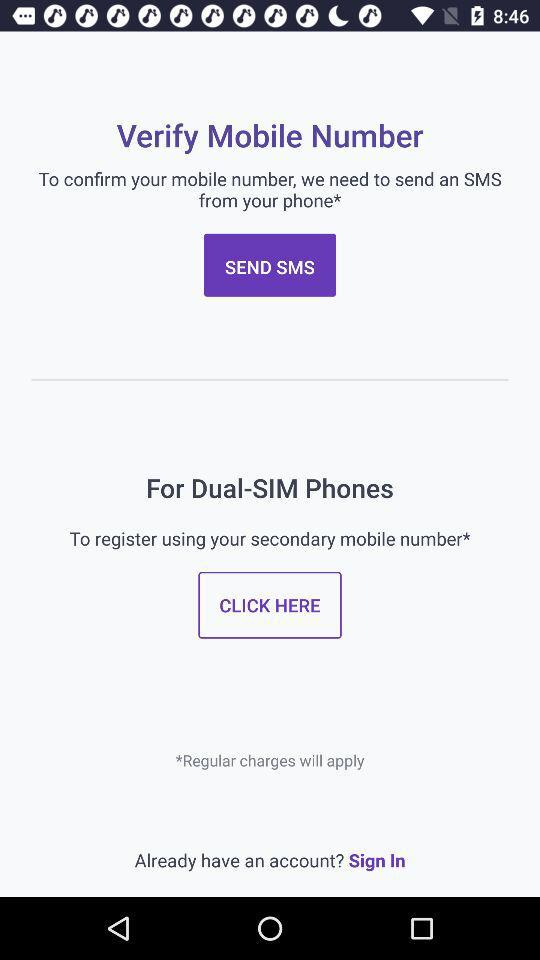 The width and height of the screenshot is (540, 960). I want to click on click here icon, so click(270, 604).